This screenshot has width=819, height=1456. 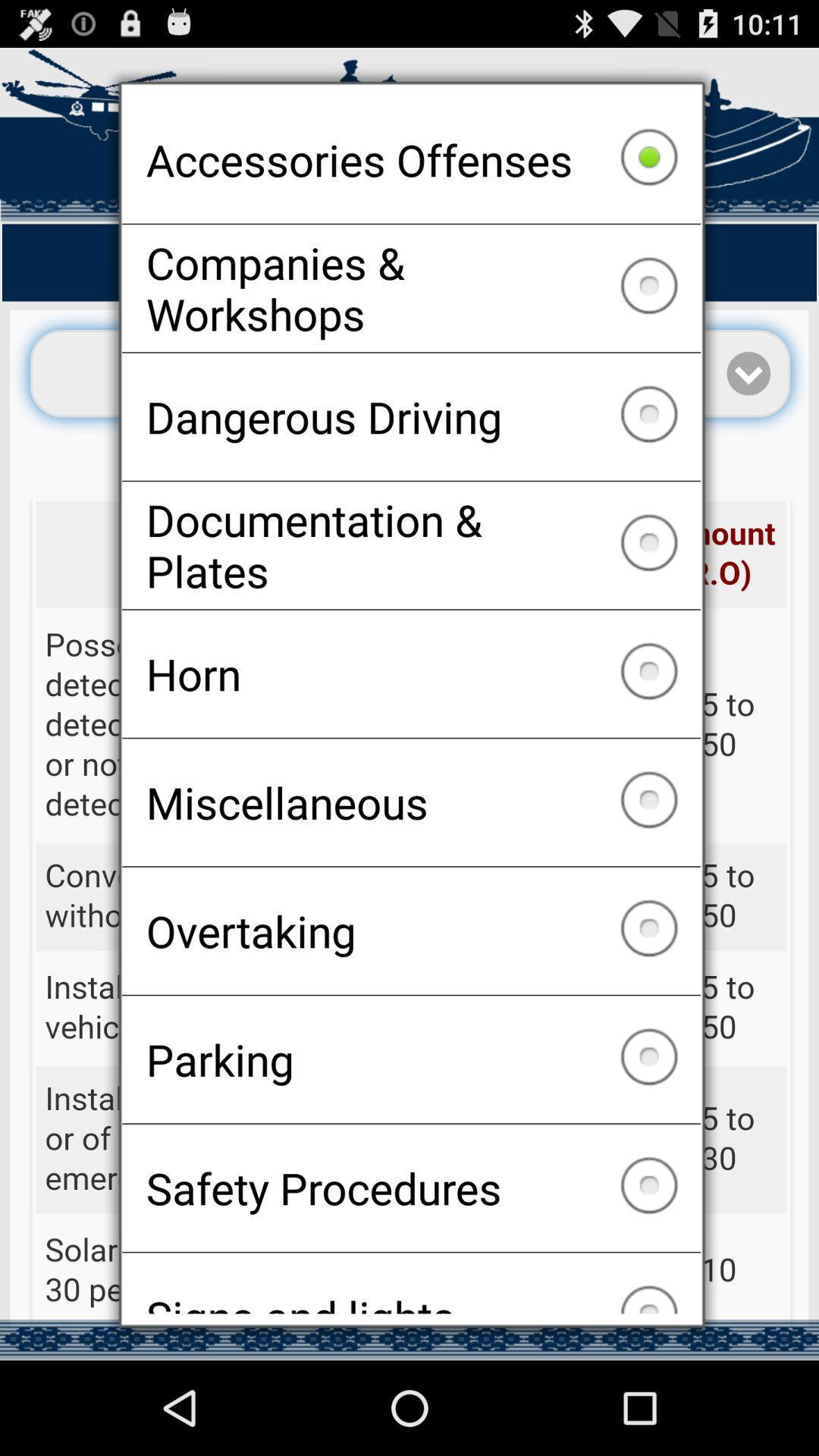 What do you see at coordinates (411, 802) in the screenshot?
I see `icon above overtaking checkbox` at bounding box center [411, 802].